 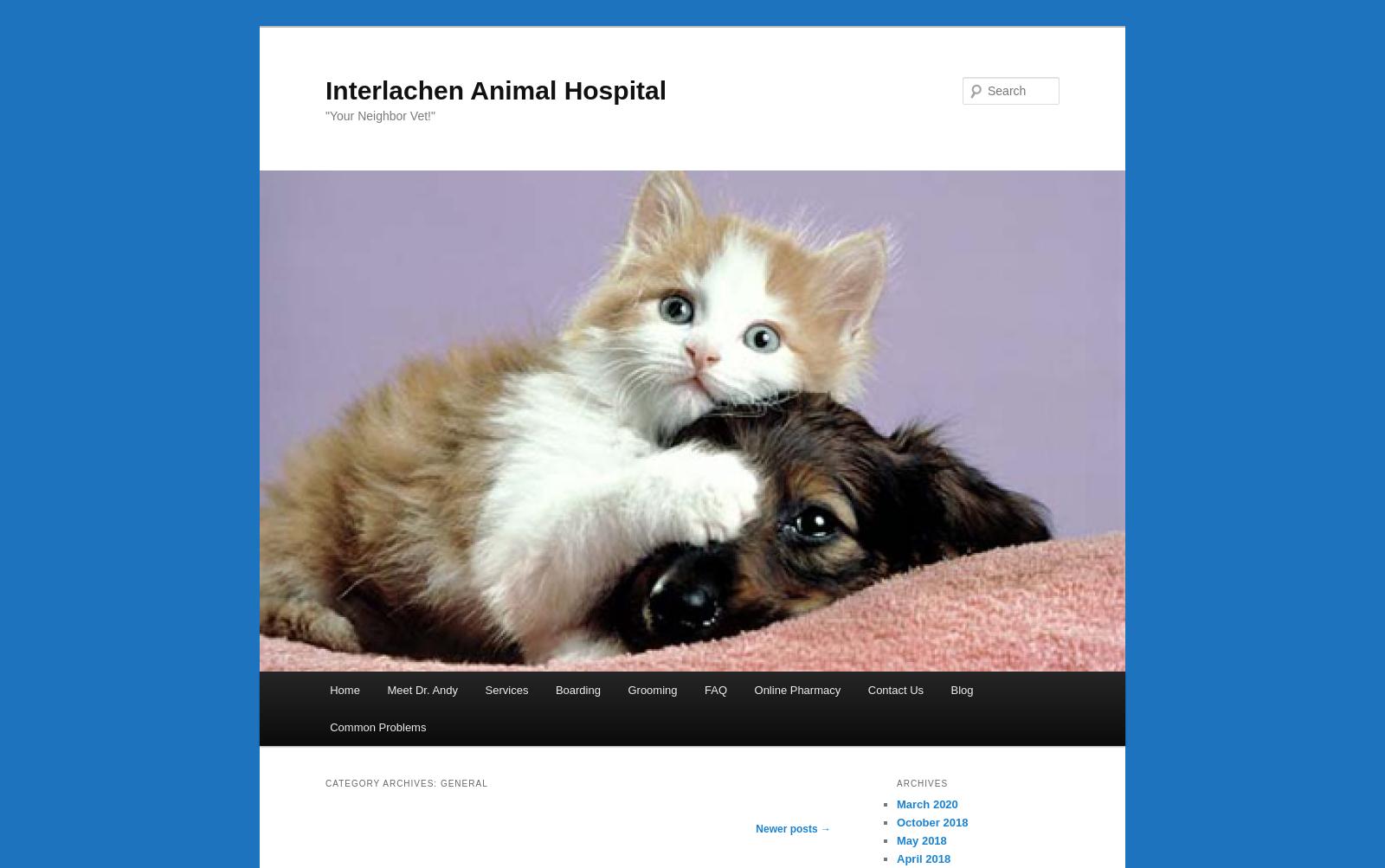 What do you see at coordinates (931, 820) in the screenshot?
I see `'October 2018'` at bounding box center [931, 820].